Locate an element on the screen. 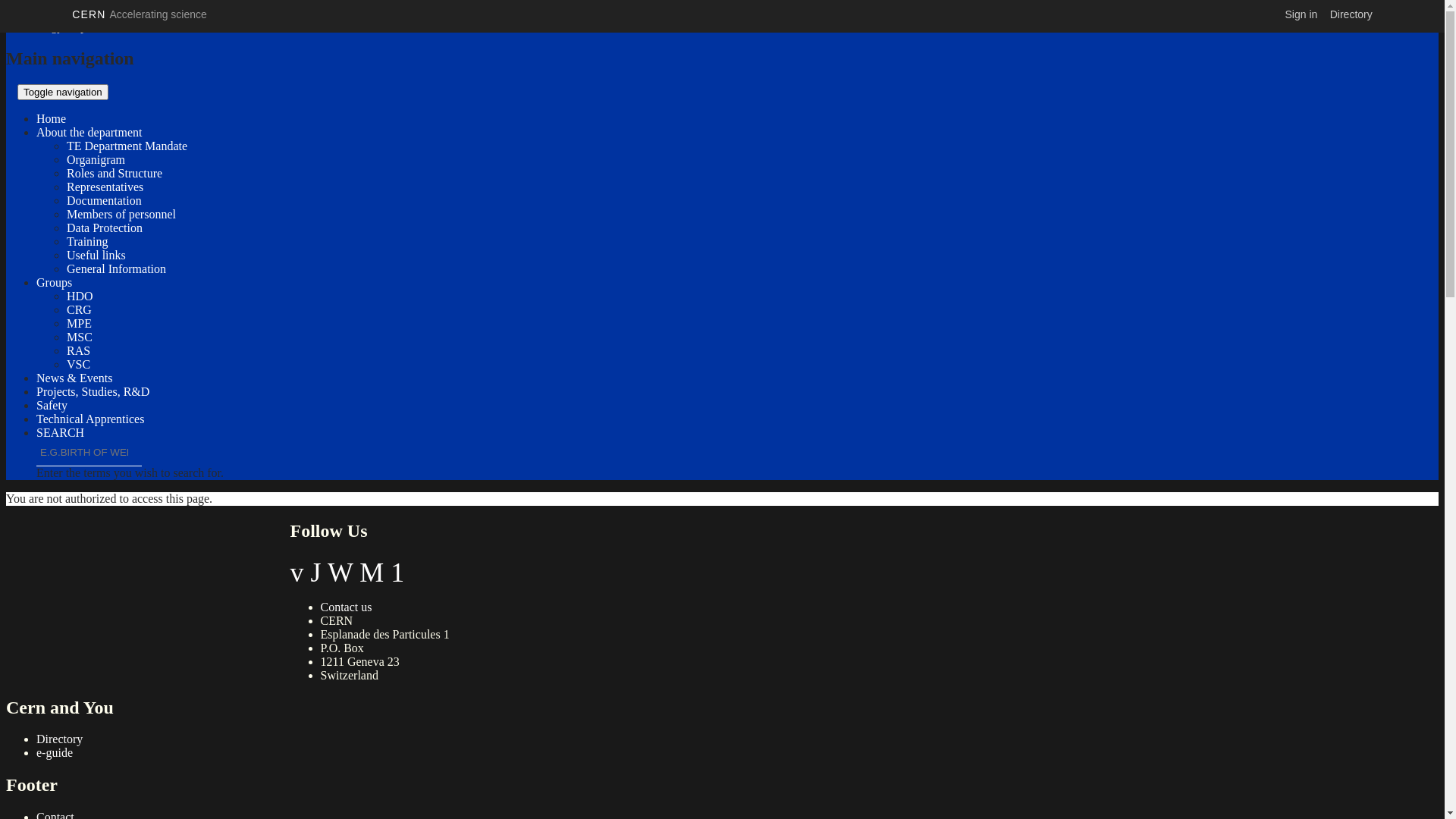  'Projects, Studies, R&D' is located at coordinates (36, 391).